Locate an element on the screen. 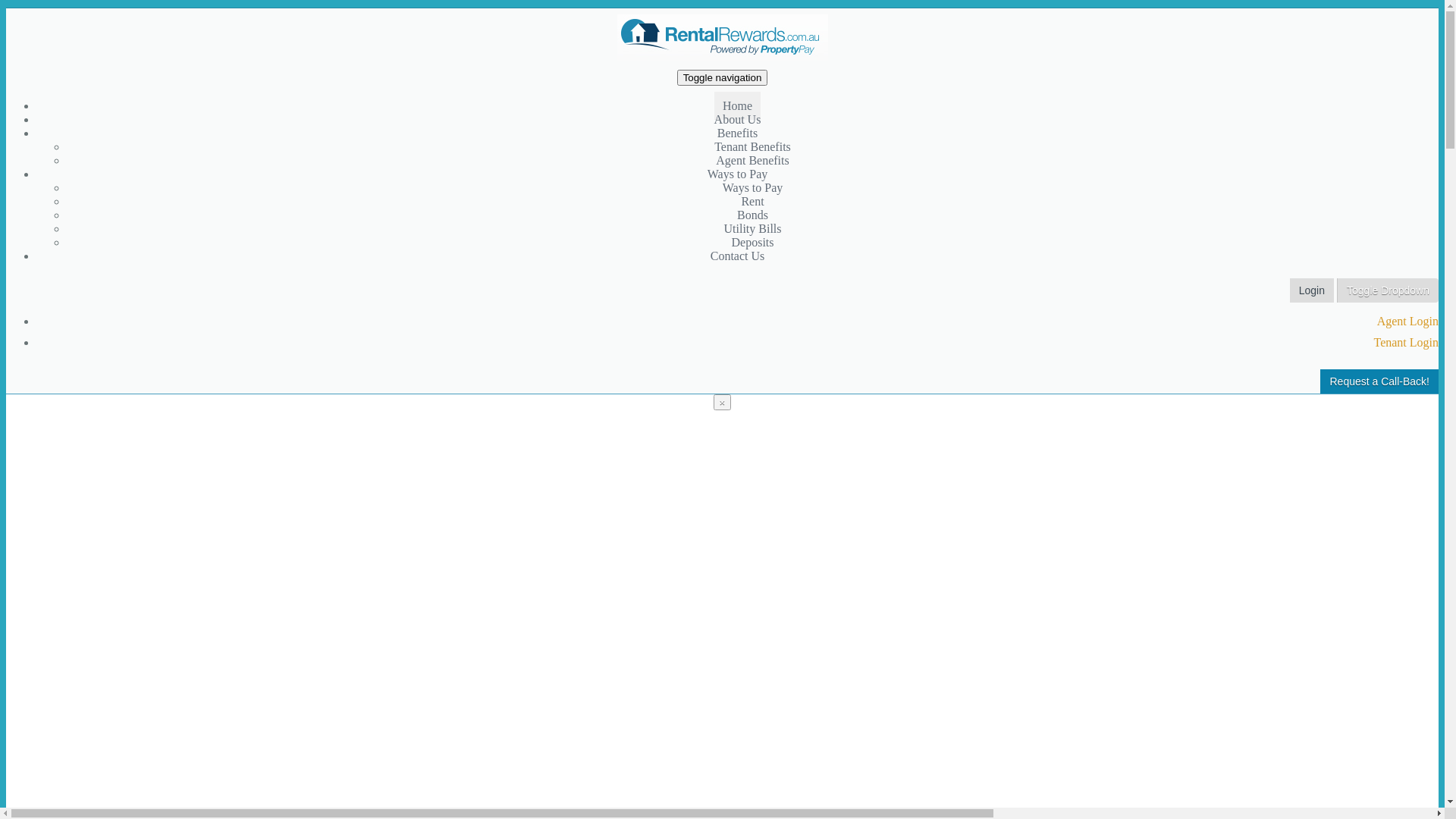 This screenshot has height=819, width=1456. 'Utility Bills' is located at coordinates (723, 228).